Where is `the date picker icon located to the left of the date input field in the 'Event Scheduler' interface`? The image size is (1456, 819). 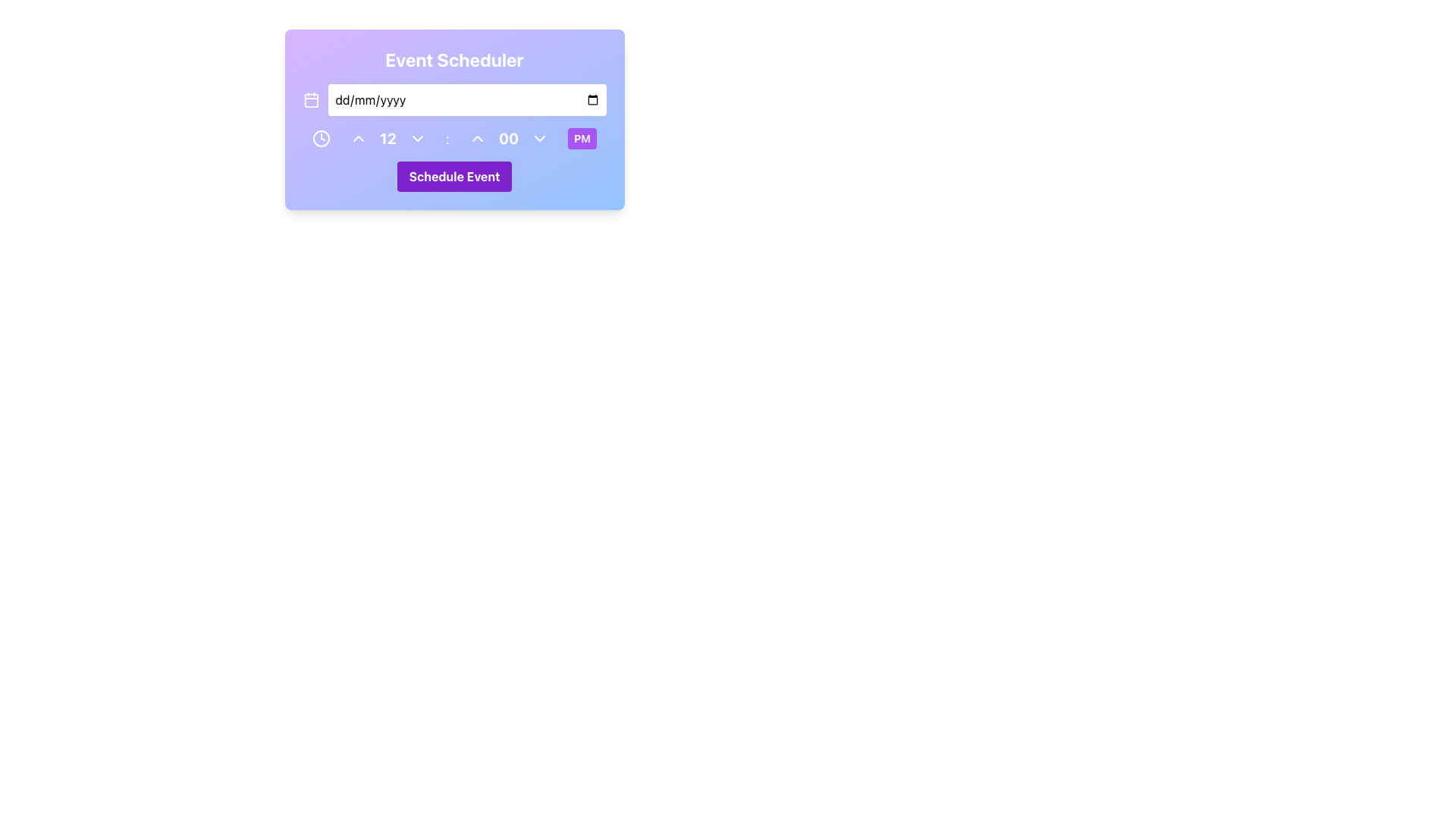
the date picker icon located to the left of the date input field in the 'Event Scheduler' interface is located at coordinates (310, 99).